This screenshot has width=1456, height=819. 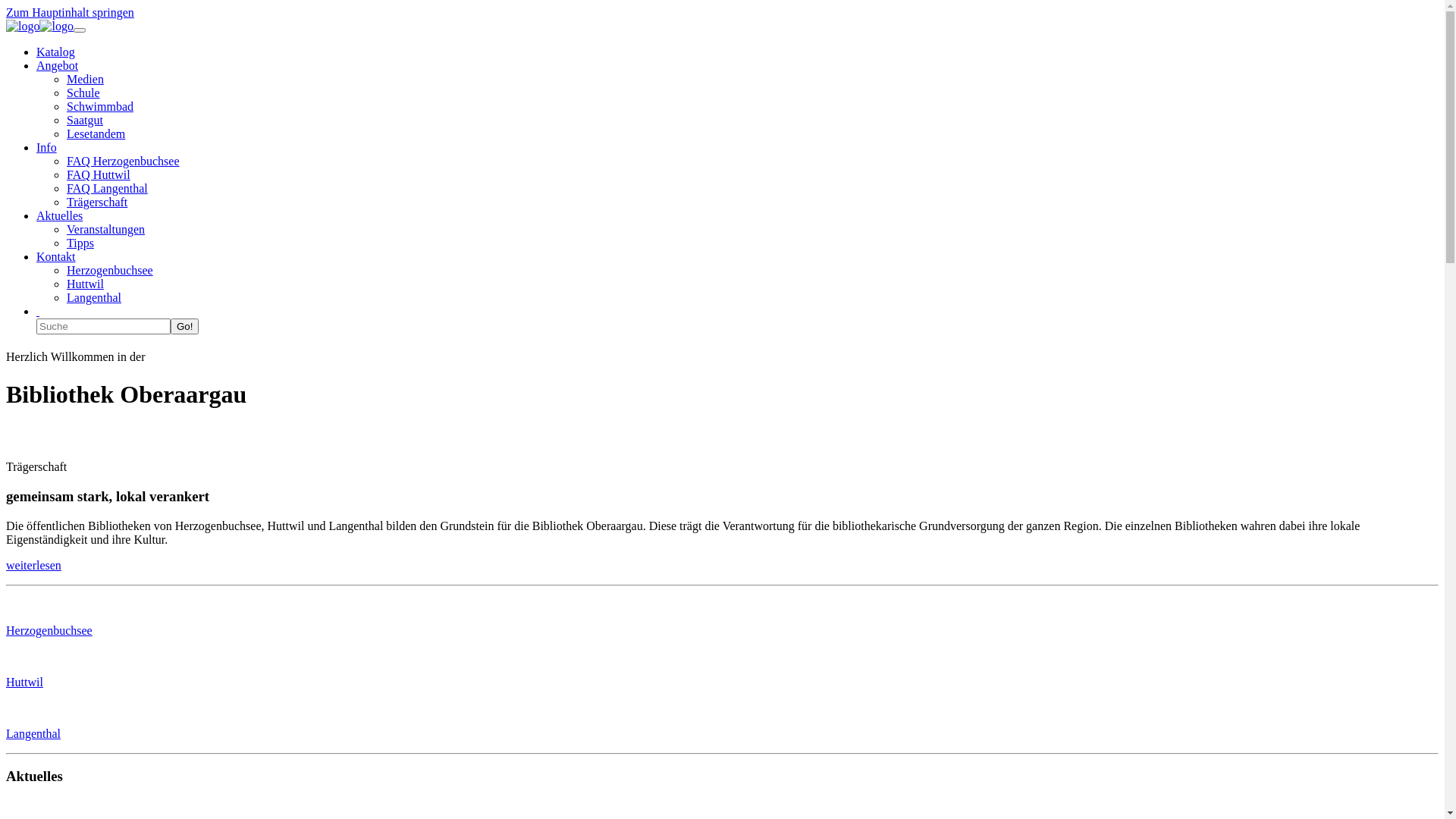 What do you see at coordinates (69, 12) in the screenshot?
I see `'Zum Hauptinhalt springen'` at bounding box center [69, 12].